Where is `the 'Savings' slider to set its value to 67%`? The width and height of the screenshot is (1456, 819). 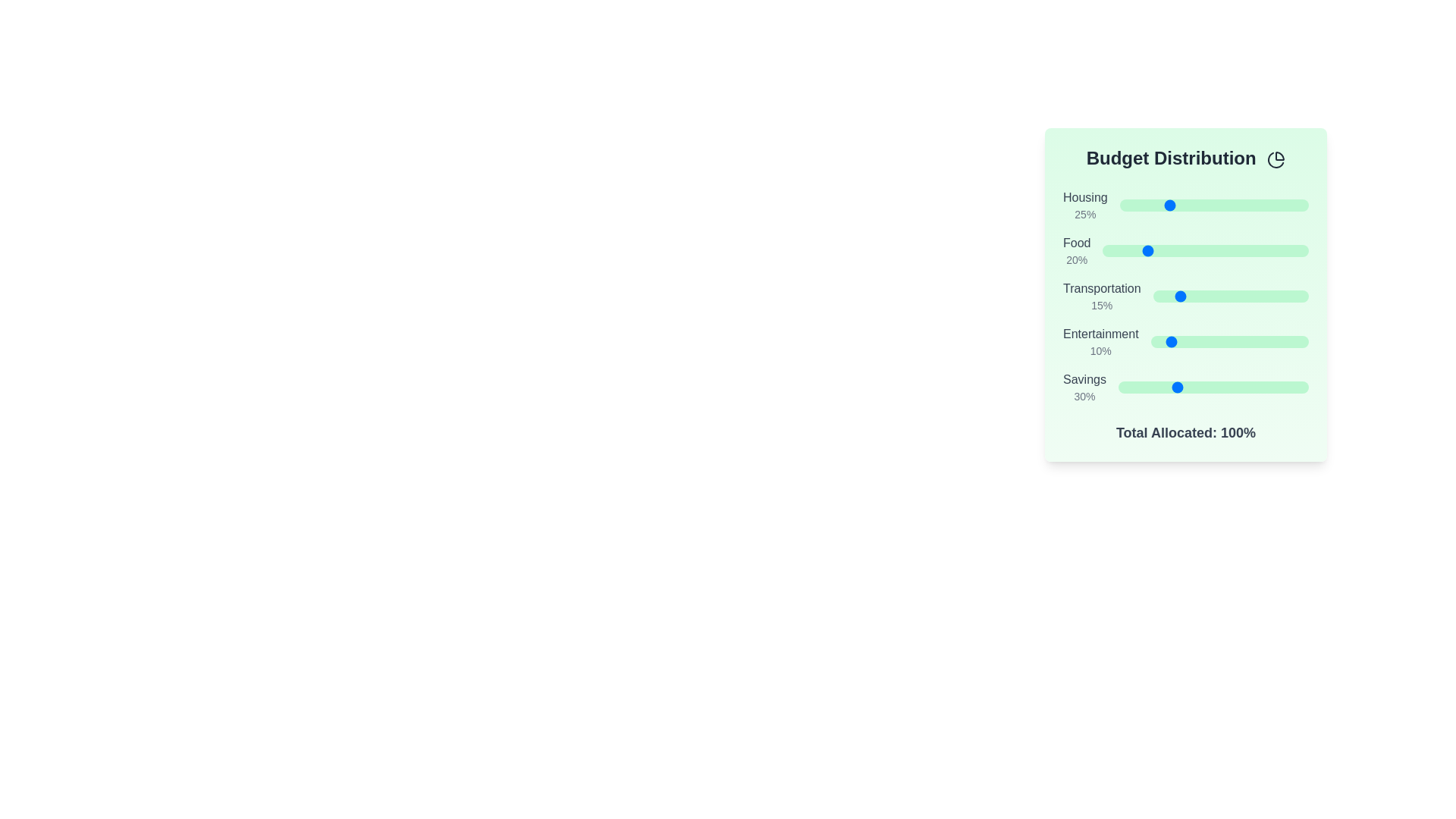
the 'Savings' slider to set its value to 67% is located at coordinates (1246, 386).